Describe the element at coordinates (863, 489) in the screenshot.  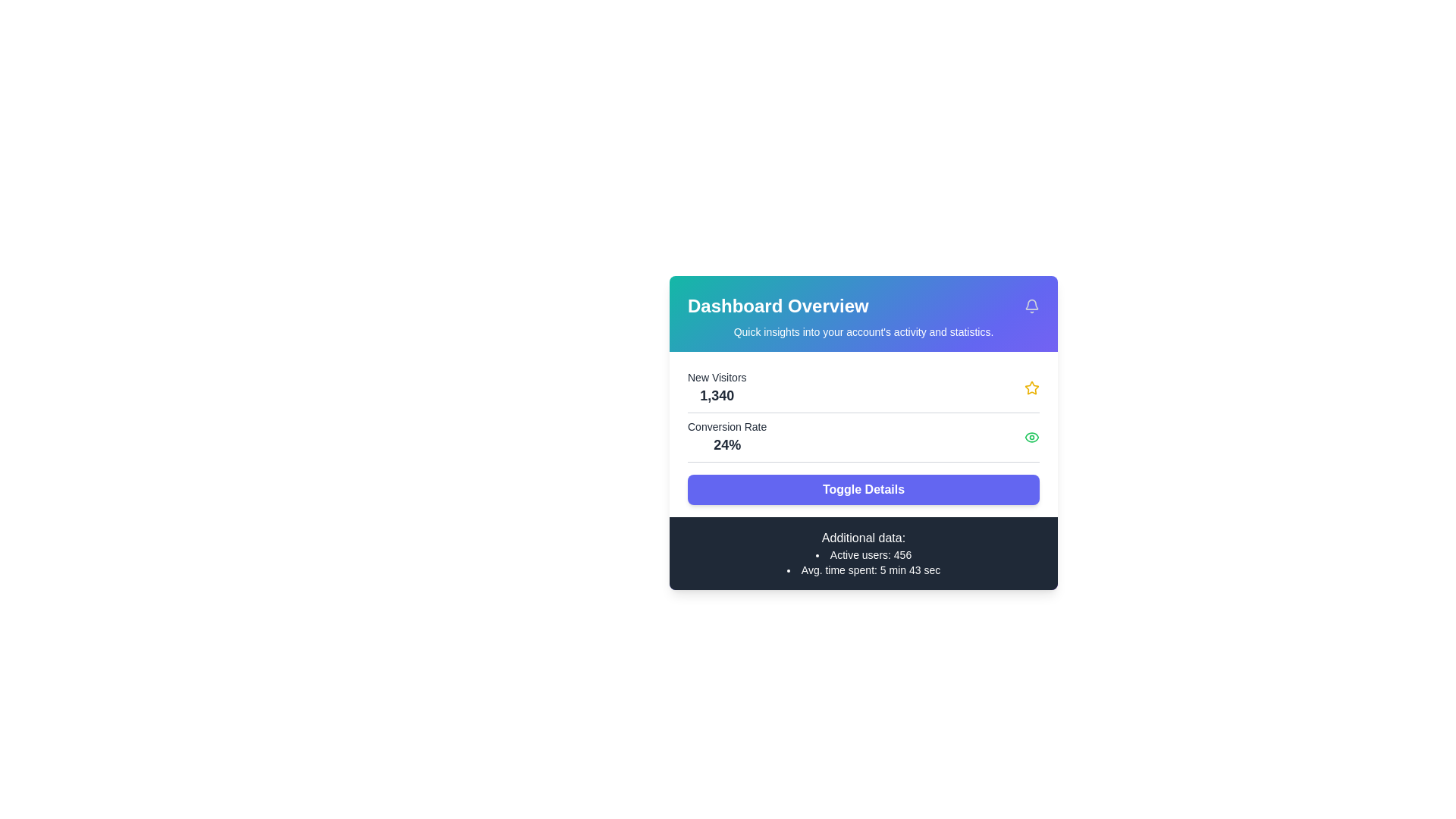
I see `the toggle details button located at the bottom section of the card layout` at that location.